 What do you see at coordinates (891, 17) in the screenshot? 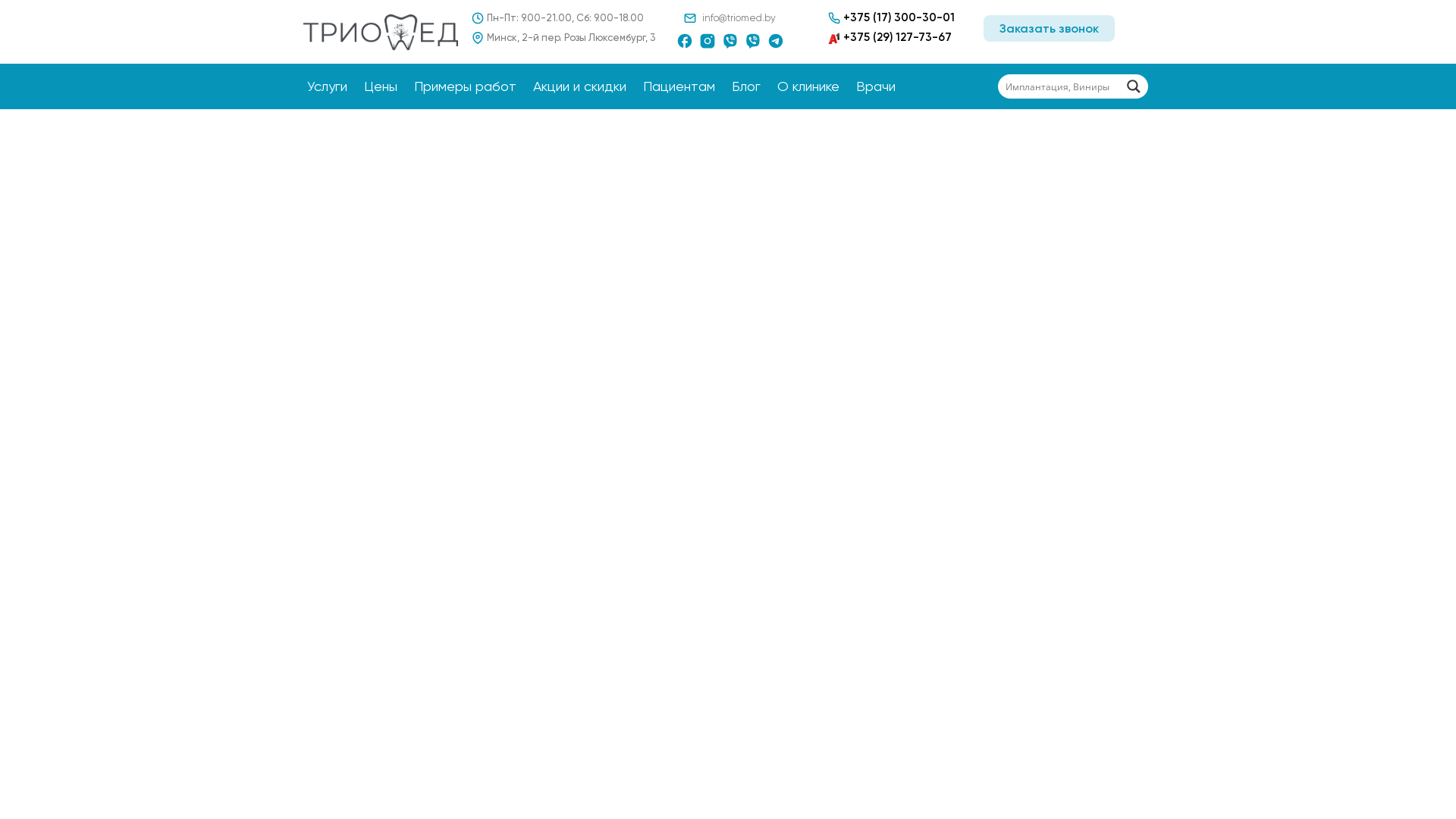
I see `'+375 (17) 300-30-01'` at bounding box center [891, 17].